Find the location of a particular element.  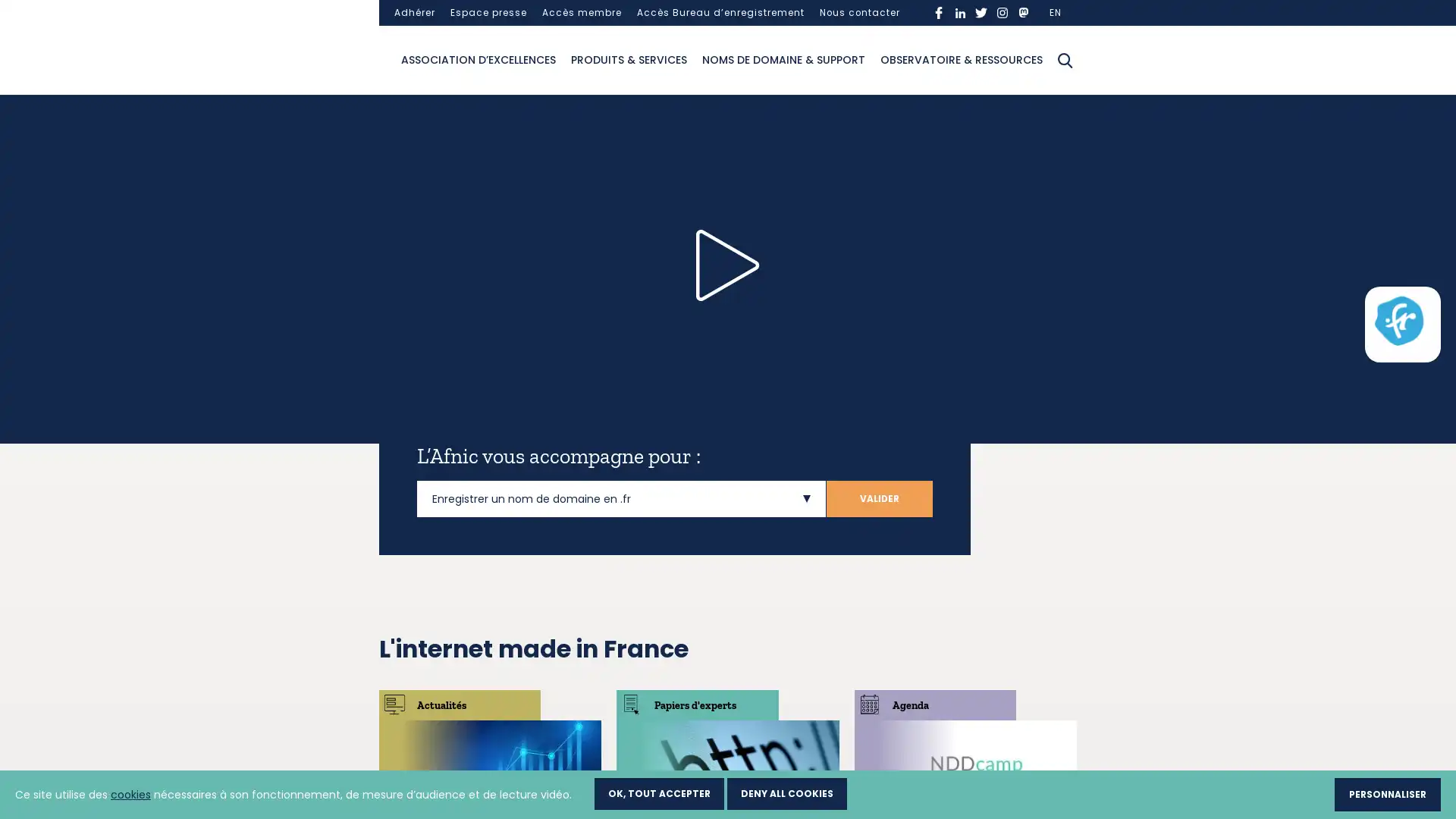

Ouvrir la pastille .fr is located at coordinates (1398, 320).